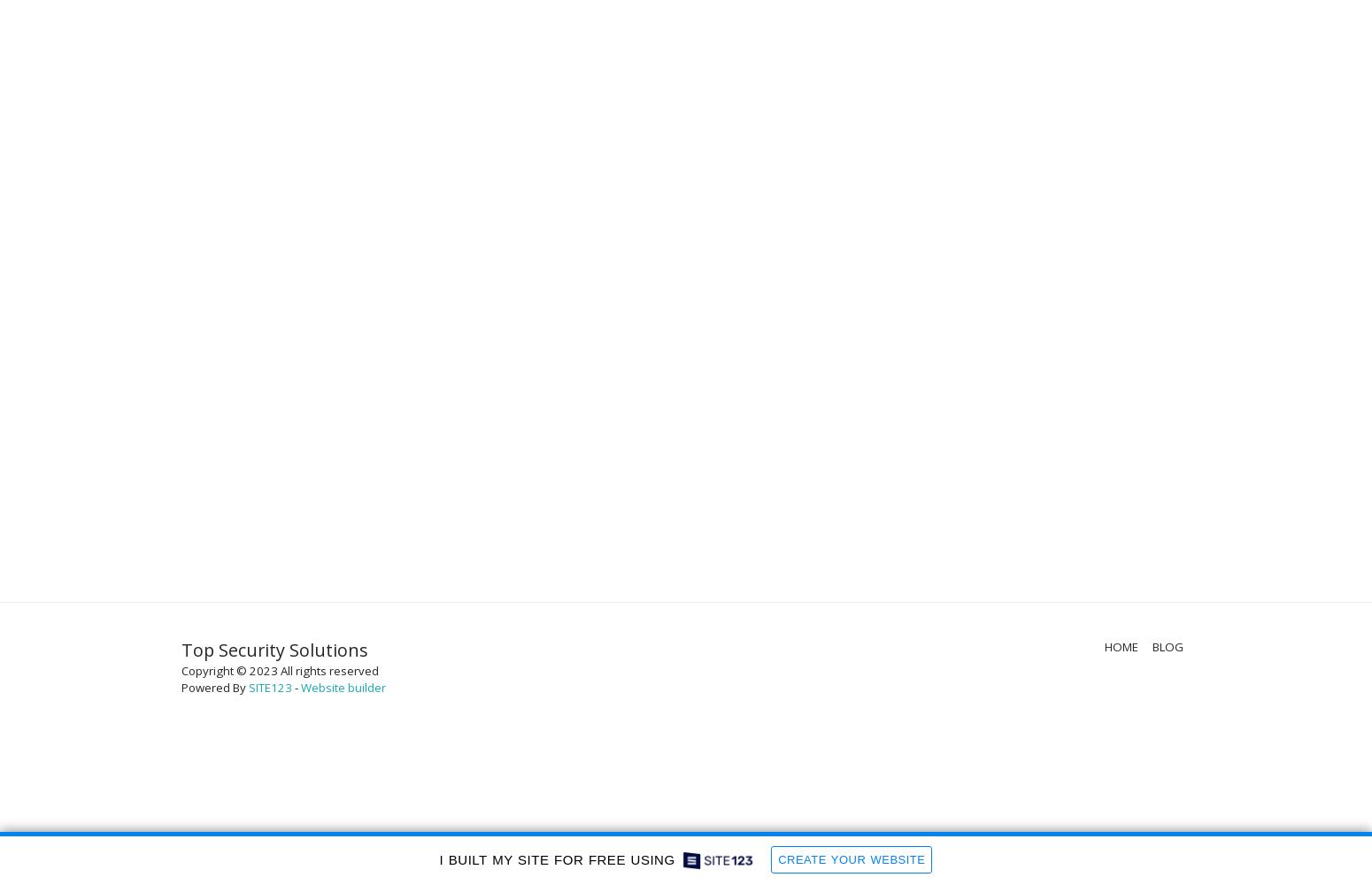 This screenshot has width=1372, height=885. I want to click on '-', so click(295, 688).